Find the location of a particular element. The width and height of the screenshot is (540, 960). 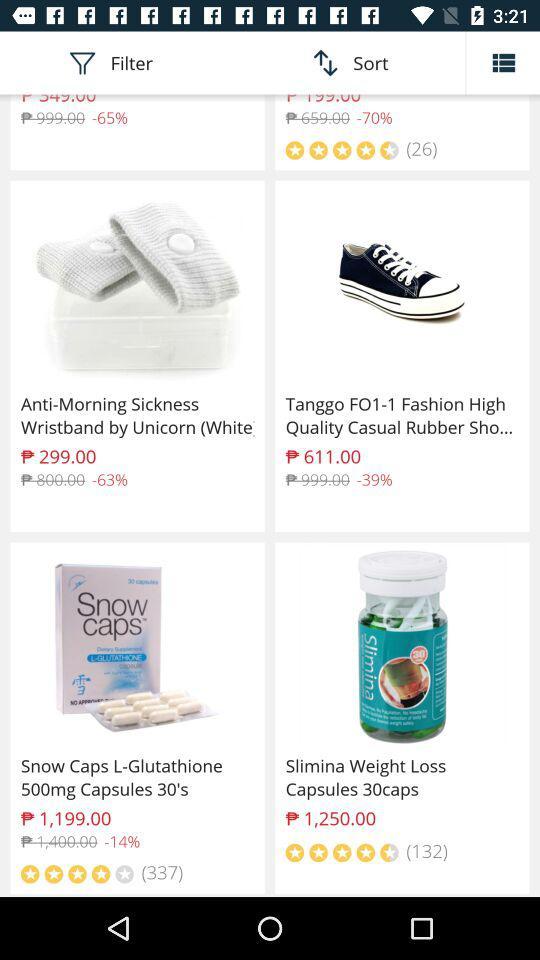

the list icon is located at coordinates (502, 62).